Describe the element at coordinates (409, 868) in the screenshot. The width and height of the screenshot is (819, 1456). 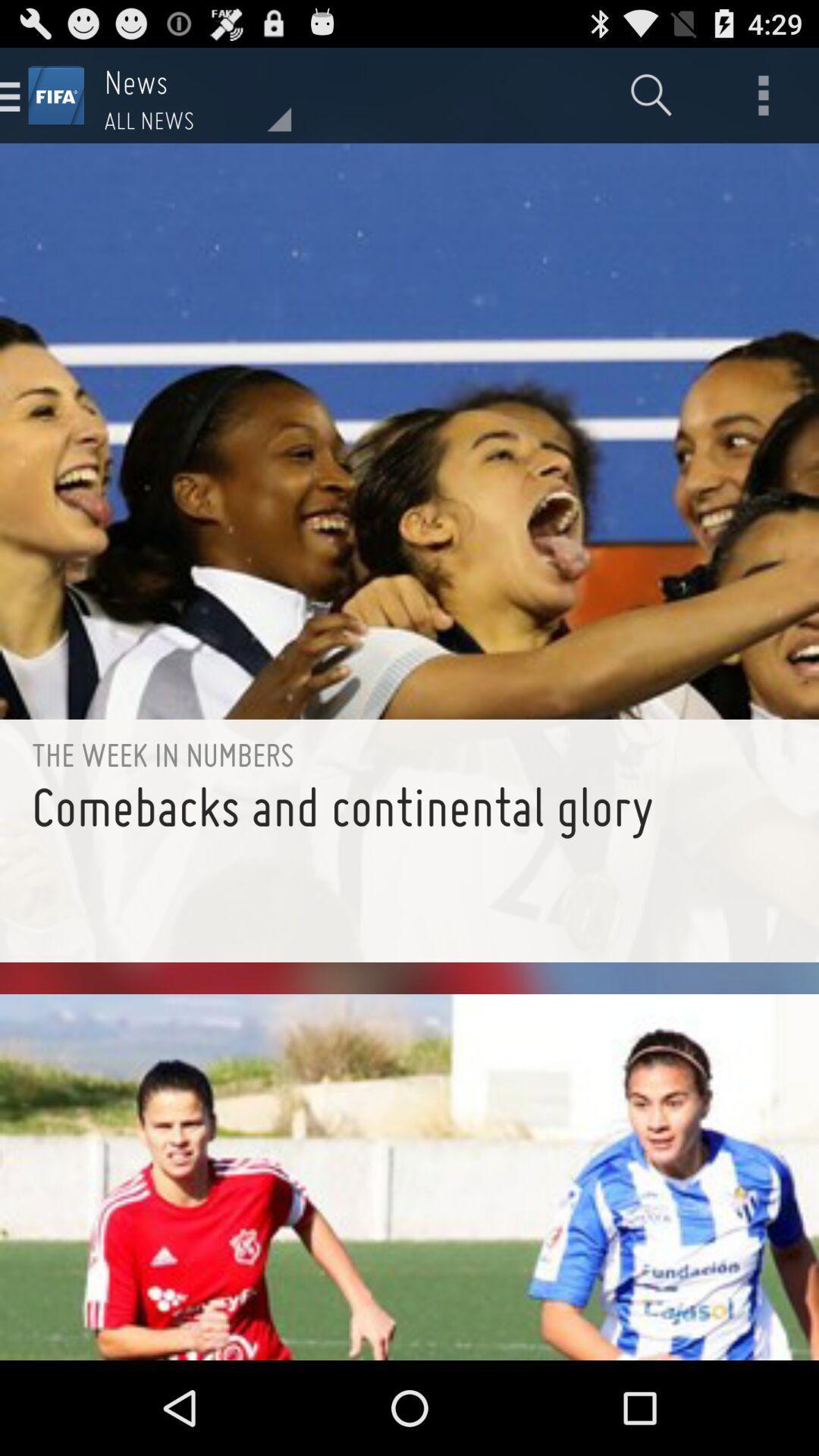
I see `comebacks and continental item` at that location.